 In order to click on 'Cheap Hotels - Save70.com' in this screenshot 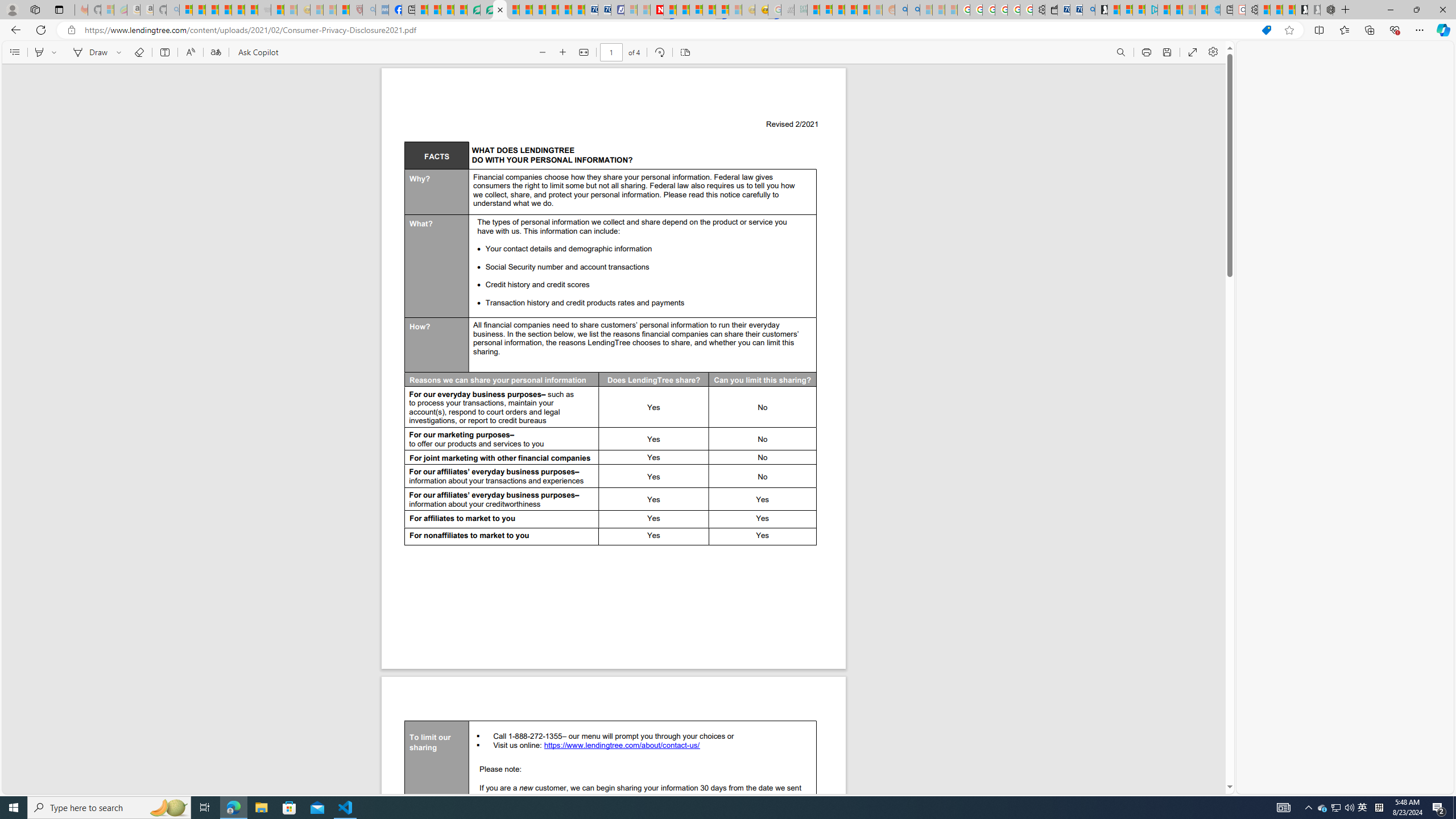, I will do `click(603, 9)`.